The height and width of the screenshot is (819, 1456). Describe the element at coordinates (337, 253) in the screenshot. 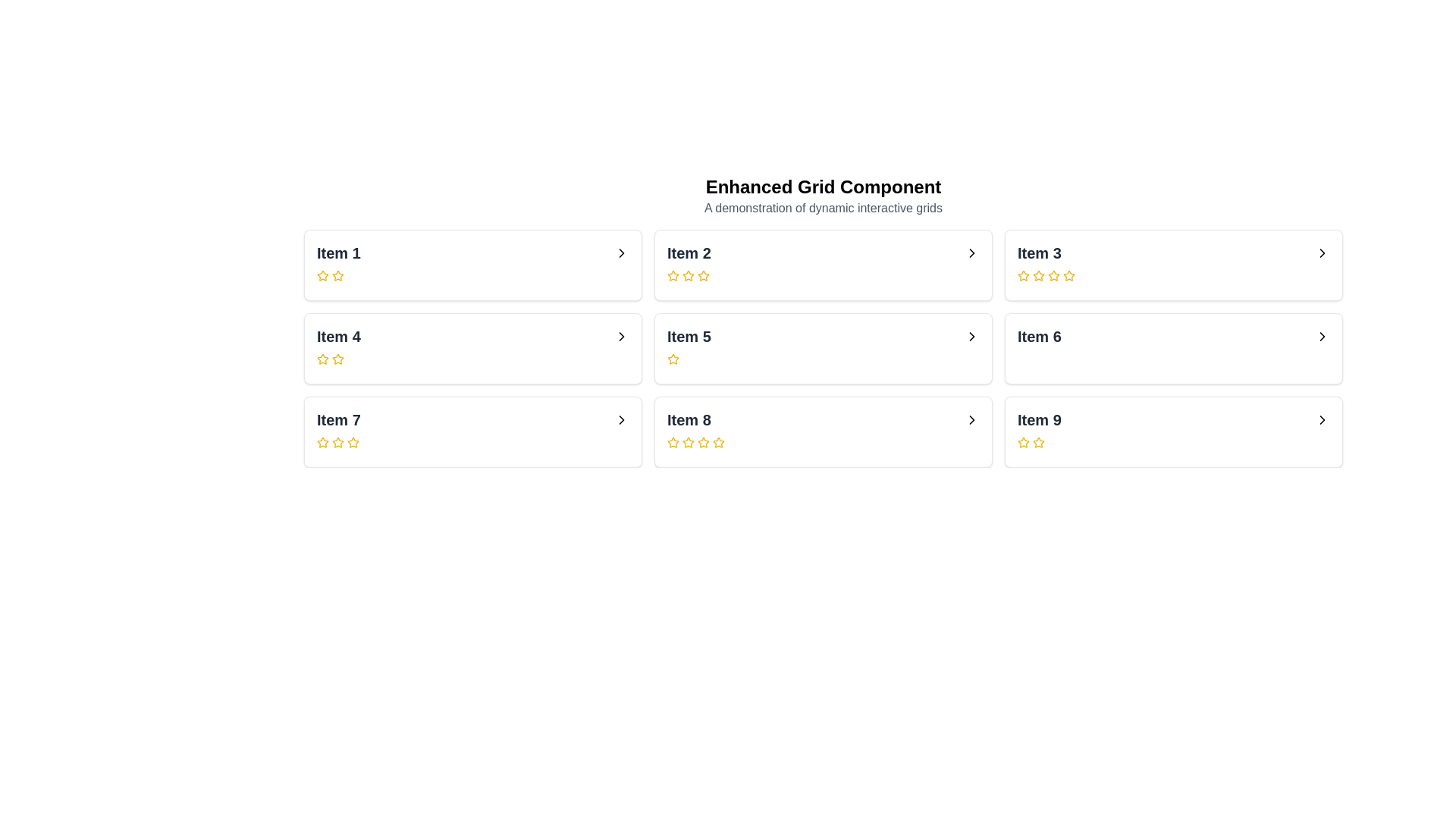

I see `text label that serves as the title for the first item in the grid, located at the top-left section of the first grid row and column` at that location.